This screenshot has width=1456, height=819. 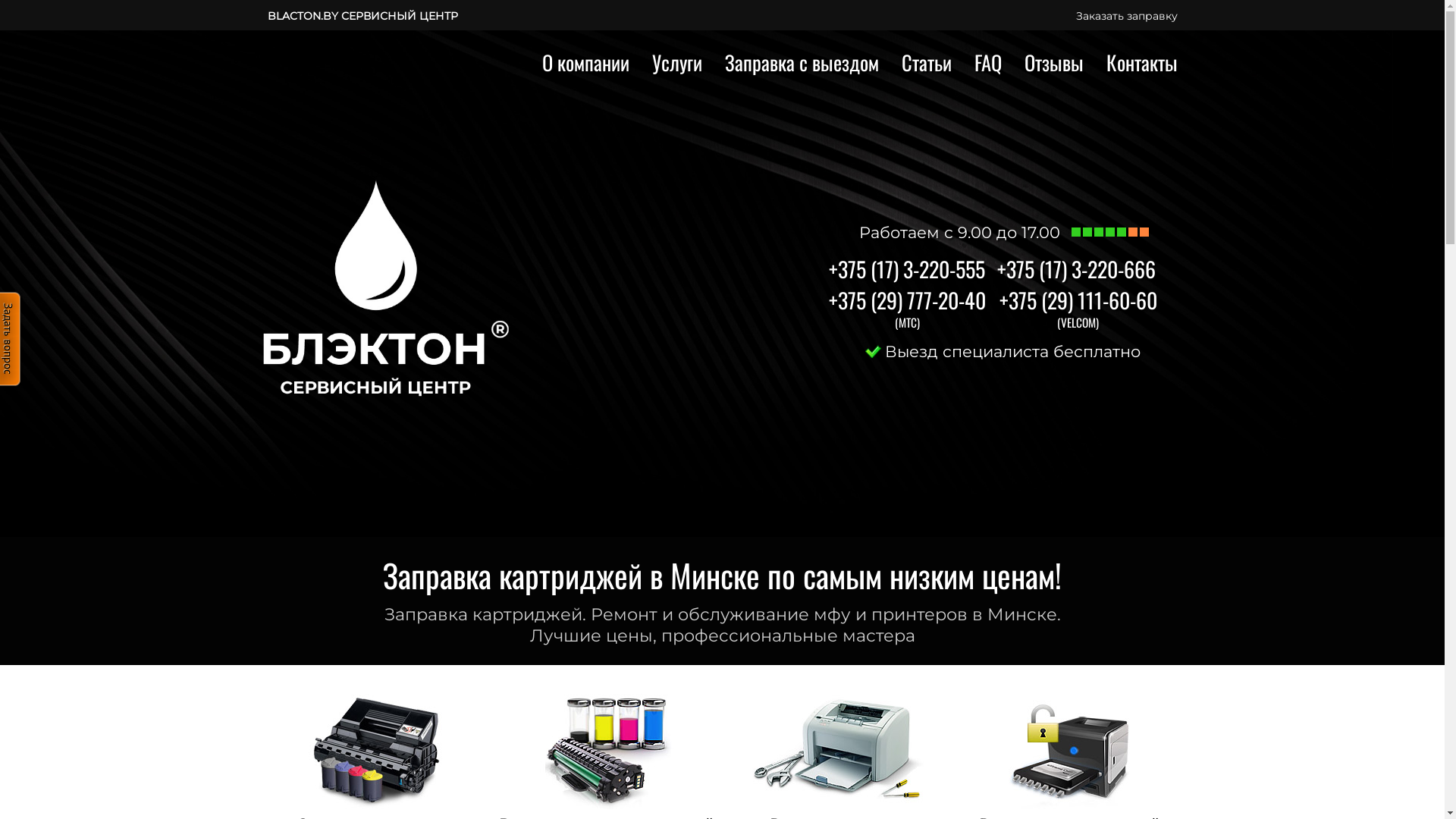 What do you see at coordinates (1075, 268) in the screenshot?
I see `'+375 (17) 3-220-666'` at bounding box center [1075, 268].